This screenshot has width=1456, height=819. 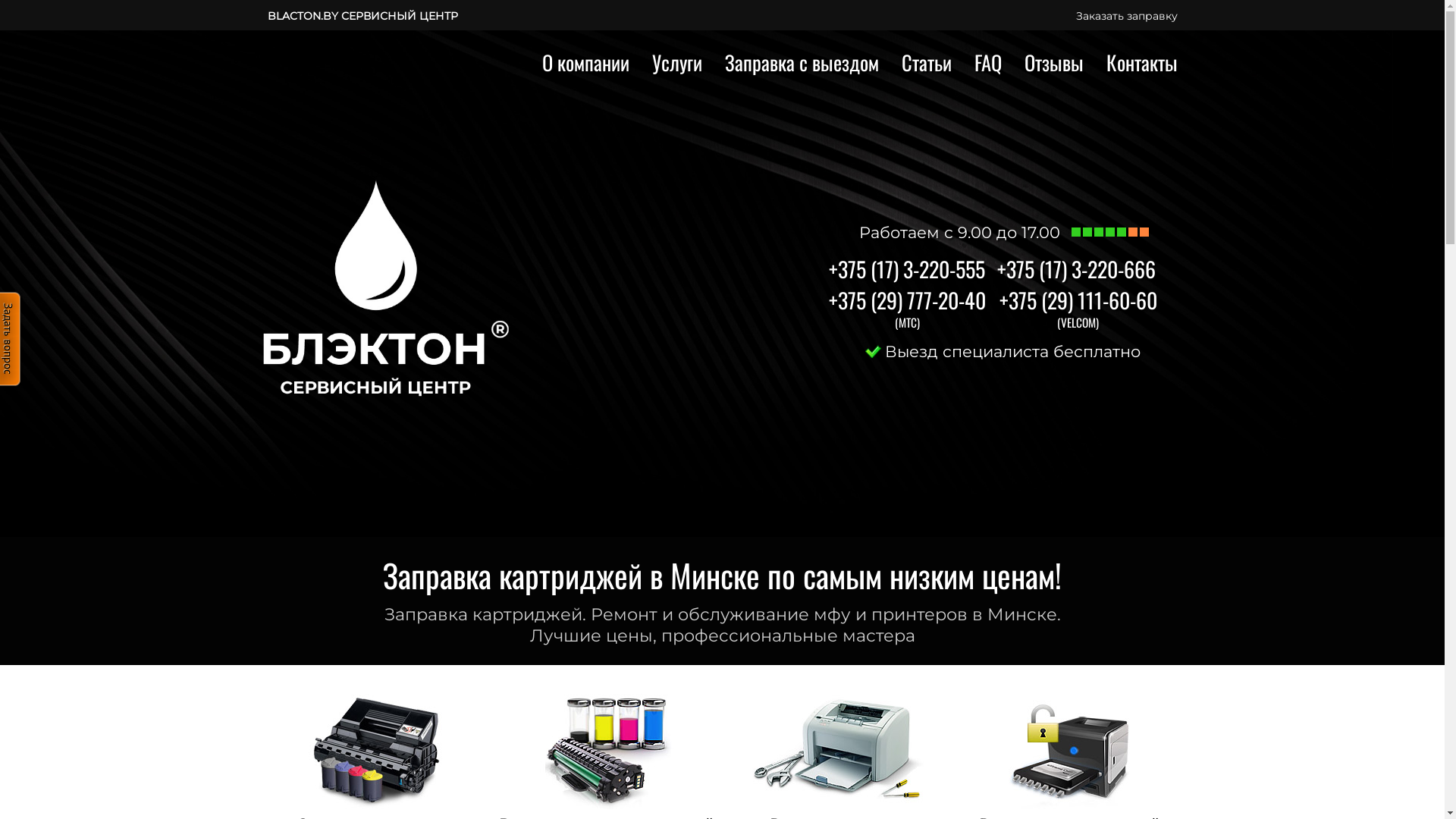 What do you see at coordinates (1075, 268) in the screenshot?
I see `'+375 (17) 3-220-666'` at bounding box center [1075, 268].